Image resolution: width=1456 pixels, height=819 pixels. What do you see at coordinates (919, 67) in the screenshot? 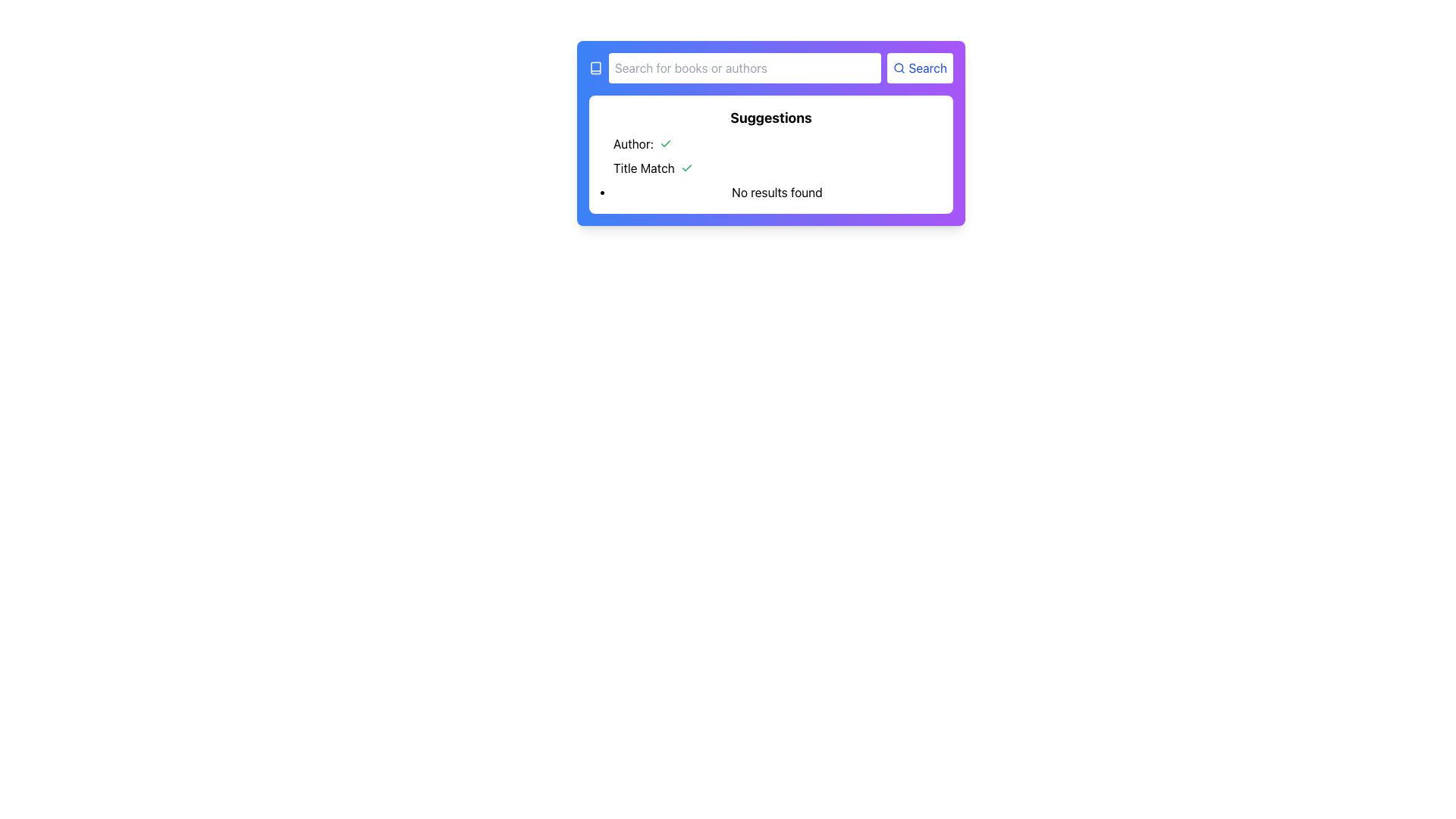
I see `the 'Search' button, which is a rectangular button with a white background and blue text, located immediately to the right of a text input field` at bounding box center [919, 67].